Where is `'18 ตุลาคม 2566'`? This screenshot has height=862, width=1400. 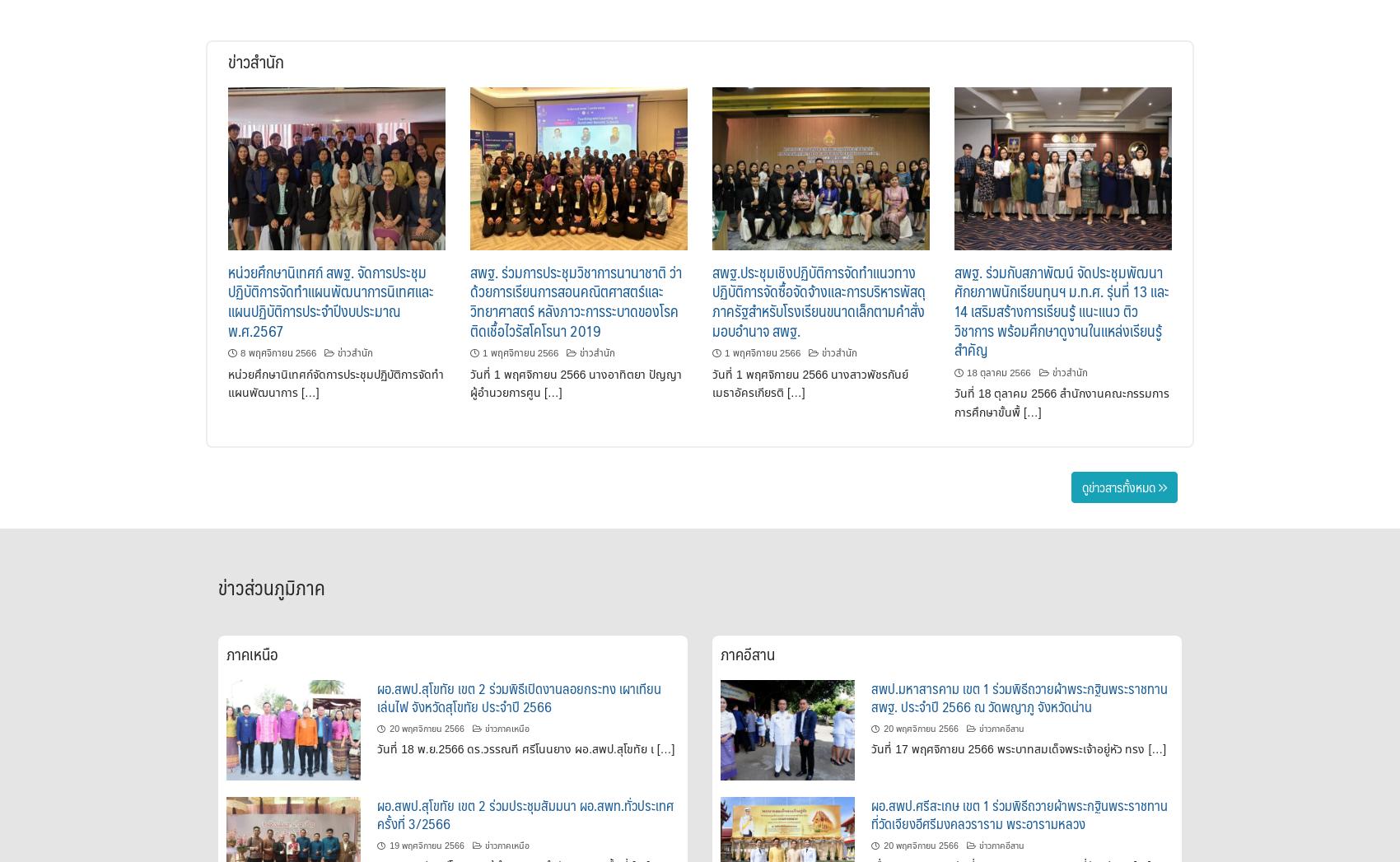 '18 ตุลาคม 2566' is located at coordinates (997, 371).